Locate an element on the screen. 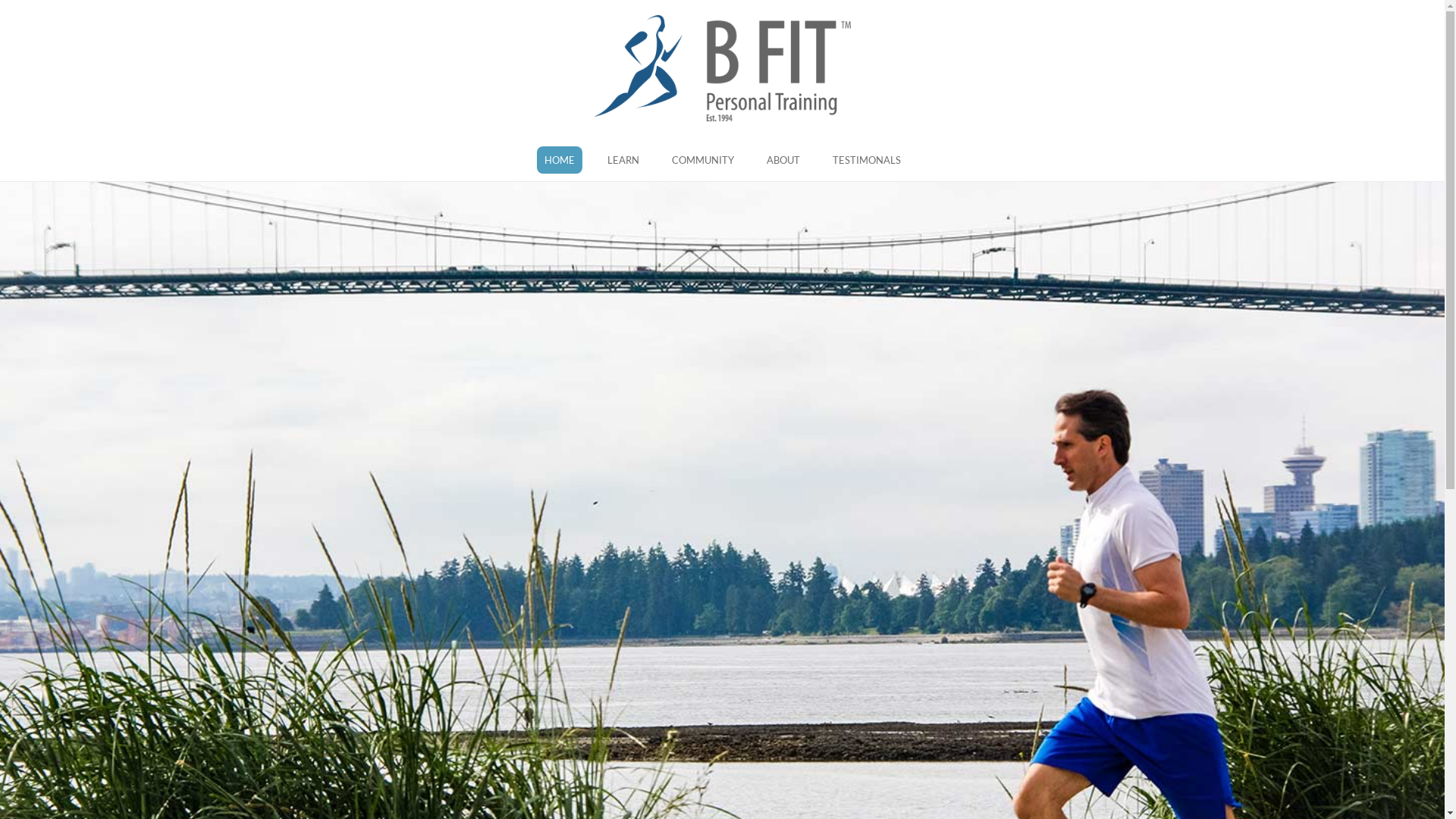  'ABOUT' is located at coordinates (783, 160).